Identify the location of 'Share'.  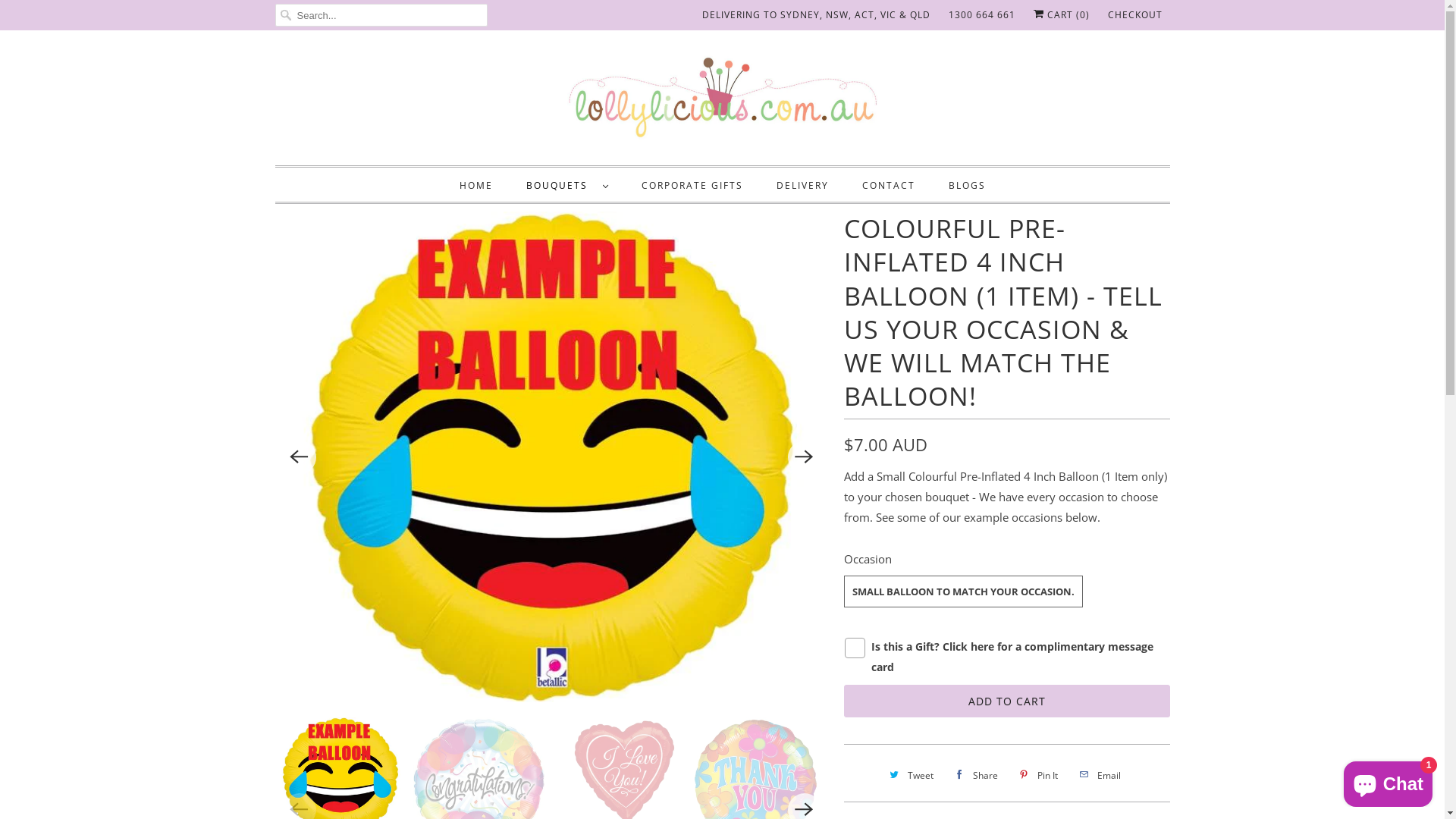
(974, 775).